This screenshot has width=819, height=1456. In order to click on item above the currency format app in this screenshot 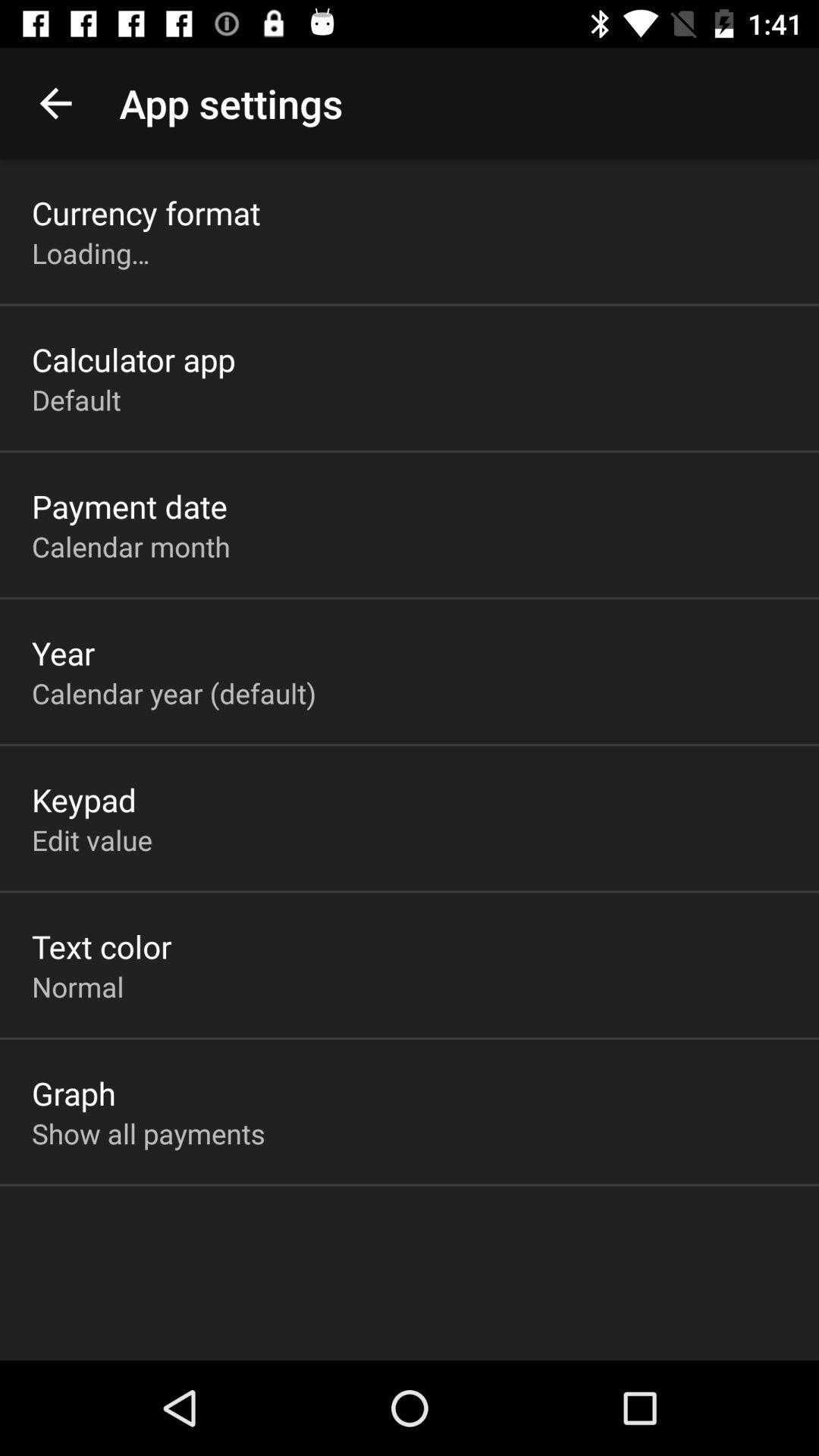, I will do `click(55, 102)`.